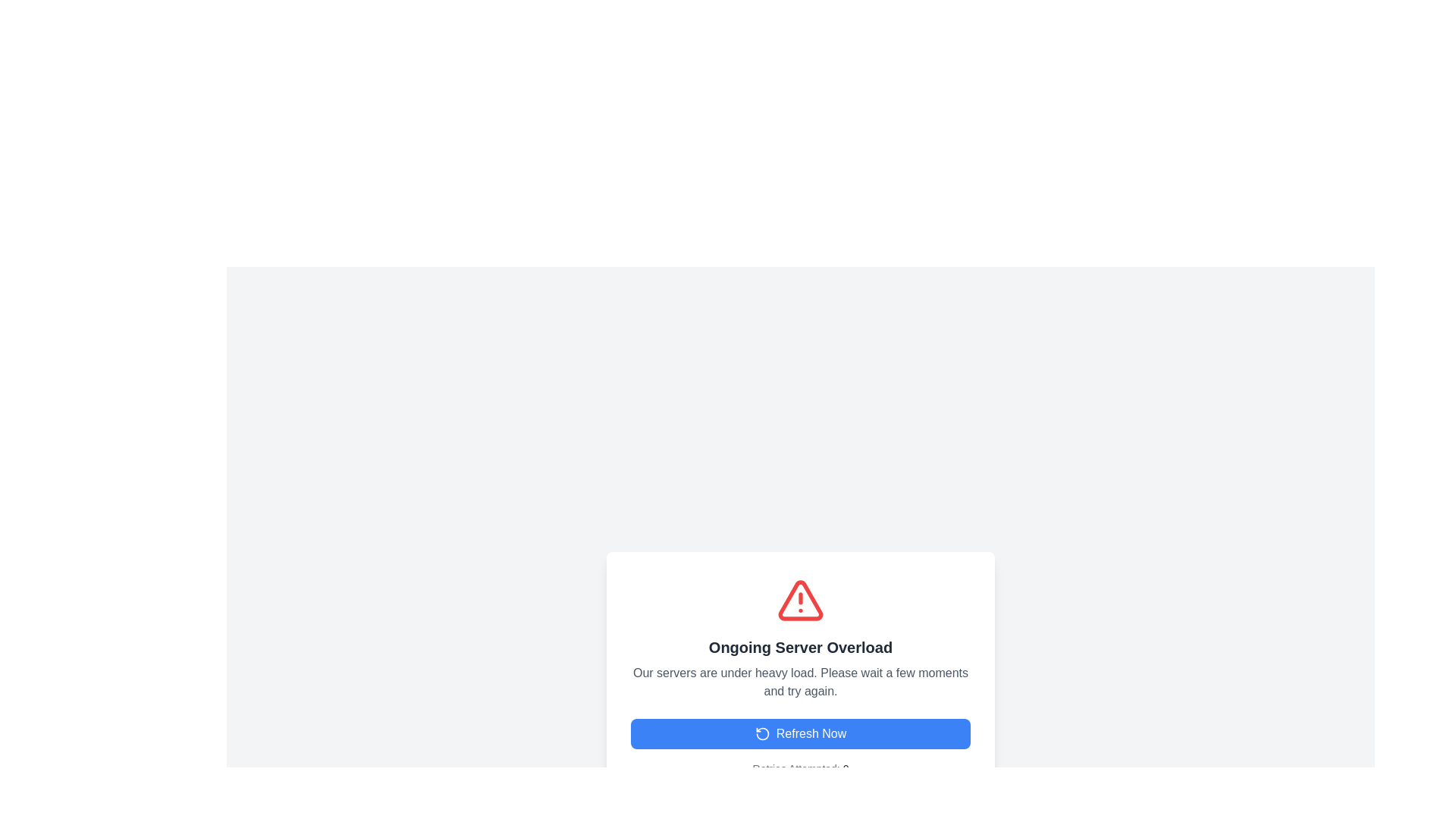 The image size is (1456, 819). Describe the element at coordinates (800, 599) in the screenshot. I see `the static warning icon located above the 'Ongoing Server Overload' text` at that location.